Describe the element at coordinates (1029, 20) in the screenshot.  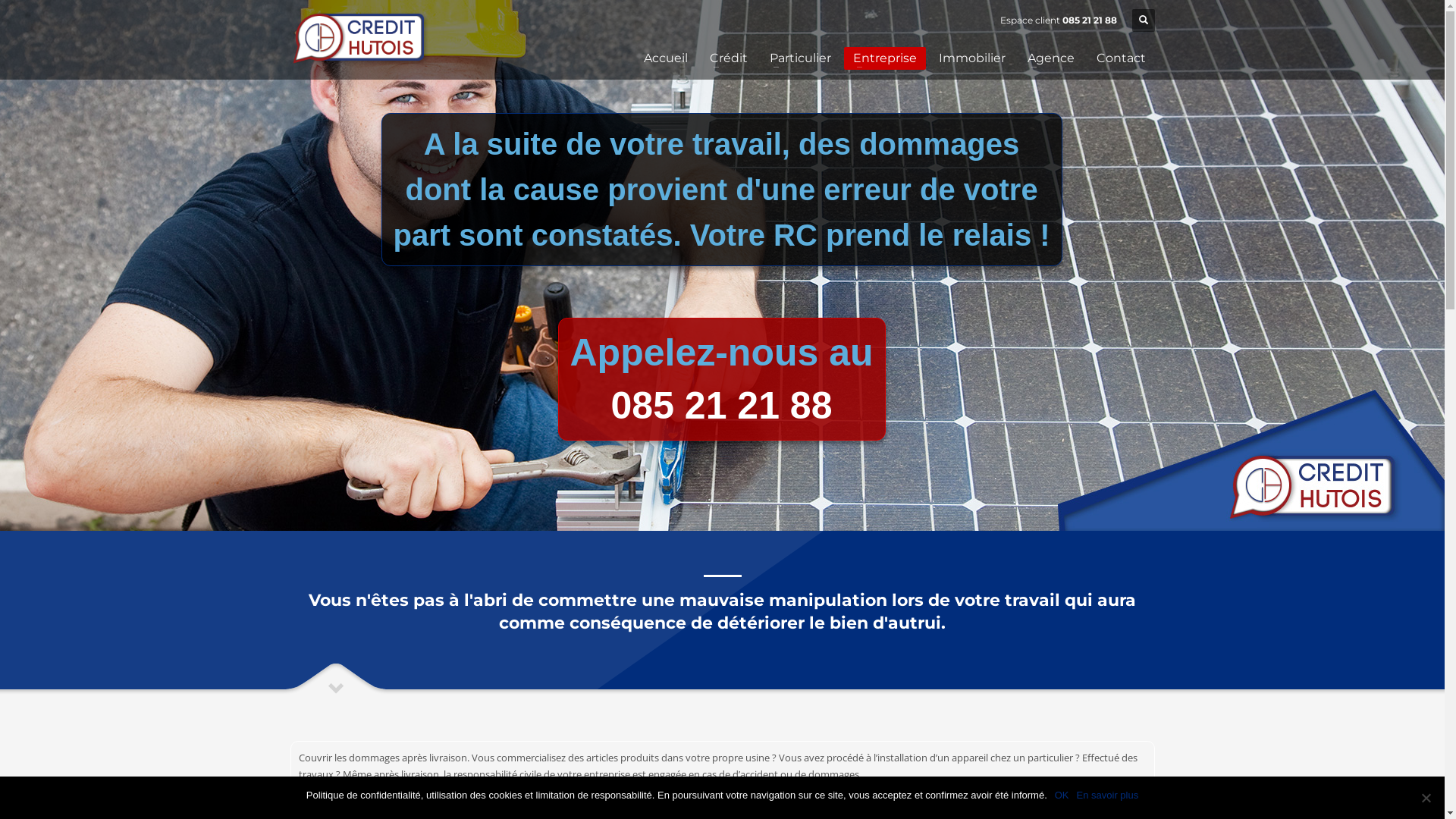
I see `'Espace client'` at that location.